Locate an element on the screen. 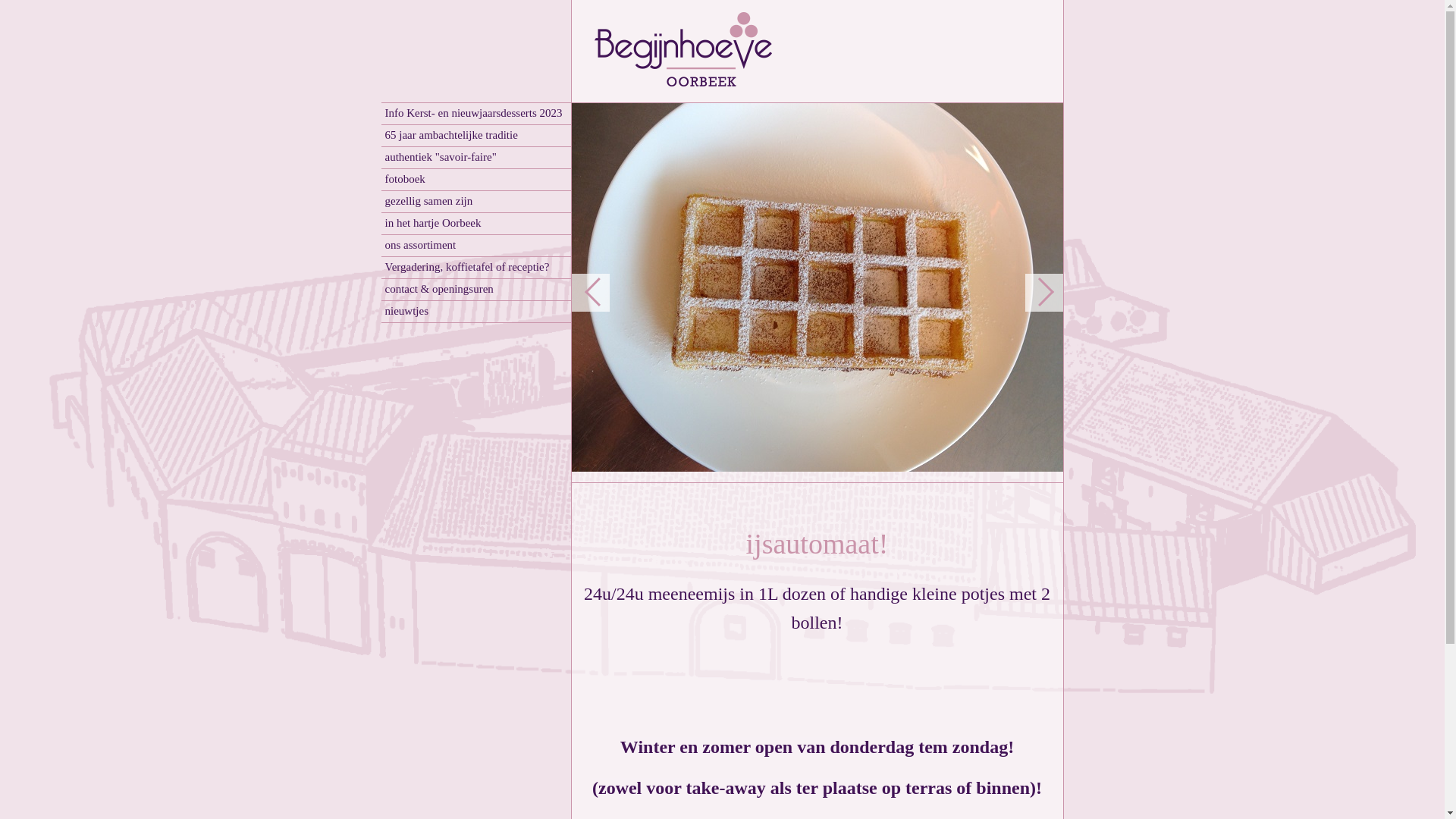 The height and width of the screenshot is (819, 1456). '65 jaar ambachtelijke traditie' is located at coordinates (475, 135).